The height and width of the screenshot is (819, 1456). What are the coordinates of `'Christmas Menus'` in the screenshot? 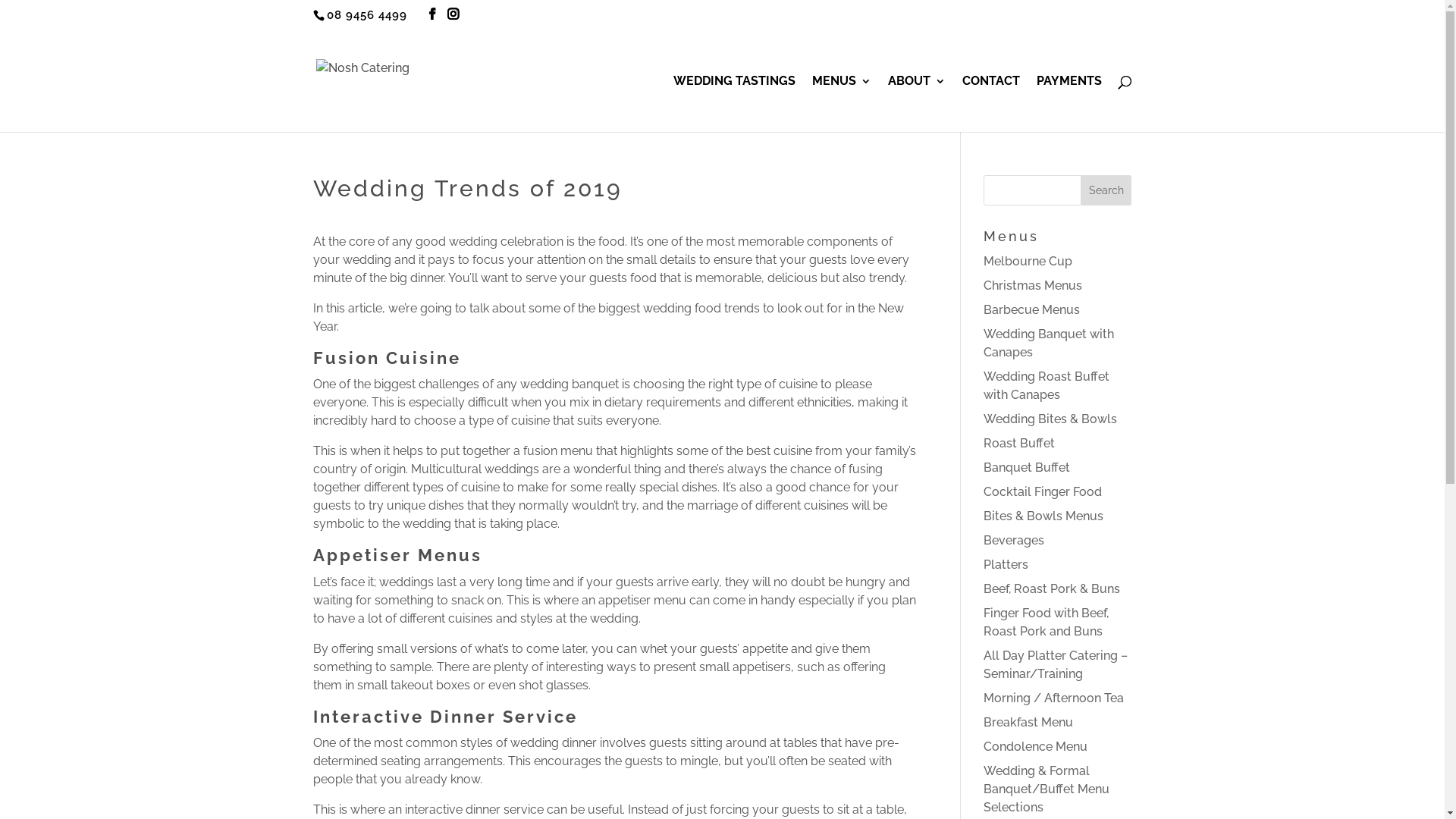 It's located at (1032, 285).